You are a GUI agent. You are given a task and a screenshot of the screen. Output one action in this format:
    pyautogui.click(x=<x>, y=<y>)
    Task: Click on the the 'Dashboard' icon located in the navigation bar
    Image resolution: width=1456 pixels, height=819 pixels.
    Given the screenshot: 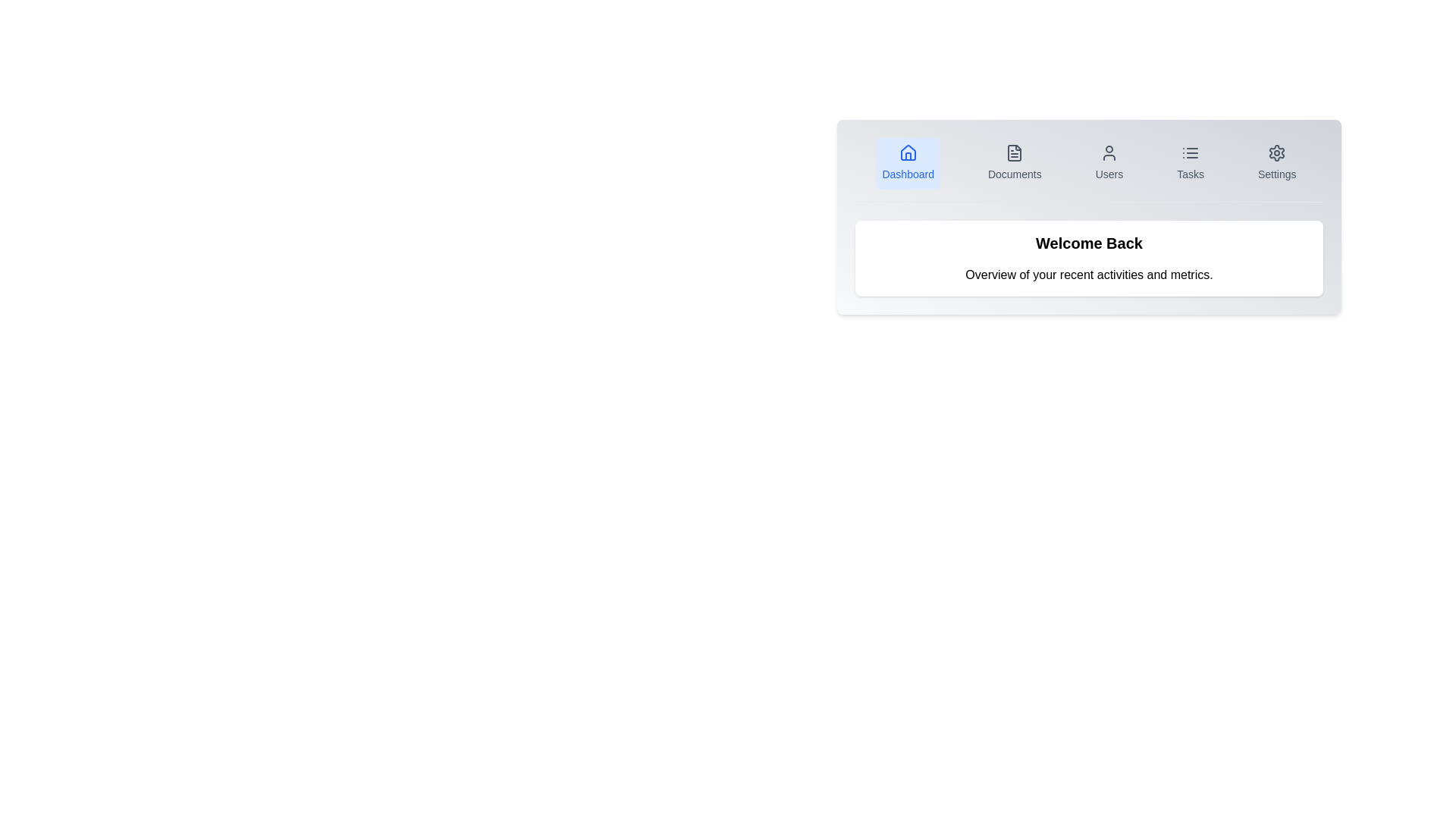 What is the action you would take?
    pyautogui.click(x=908, y=152)
    